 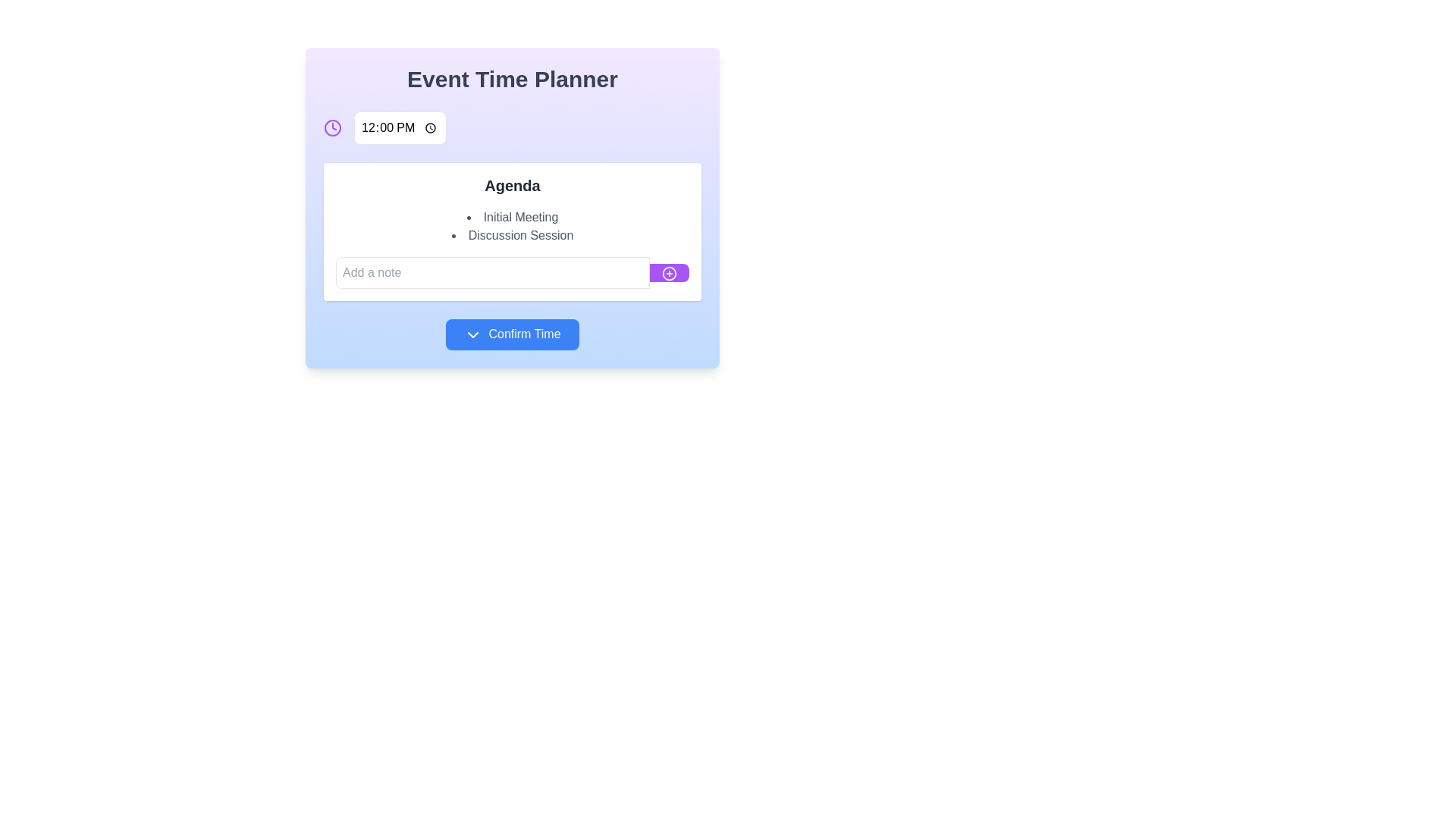 What do you see at coordinates (669, 271) in the screenshot?
I see `the SVG circle element that forms a plus-circle icon located to the right of the text entry box in the agenda section of the event planning interface` at bounding box center [669, 271].